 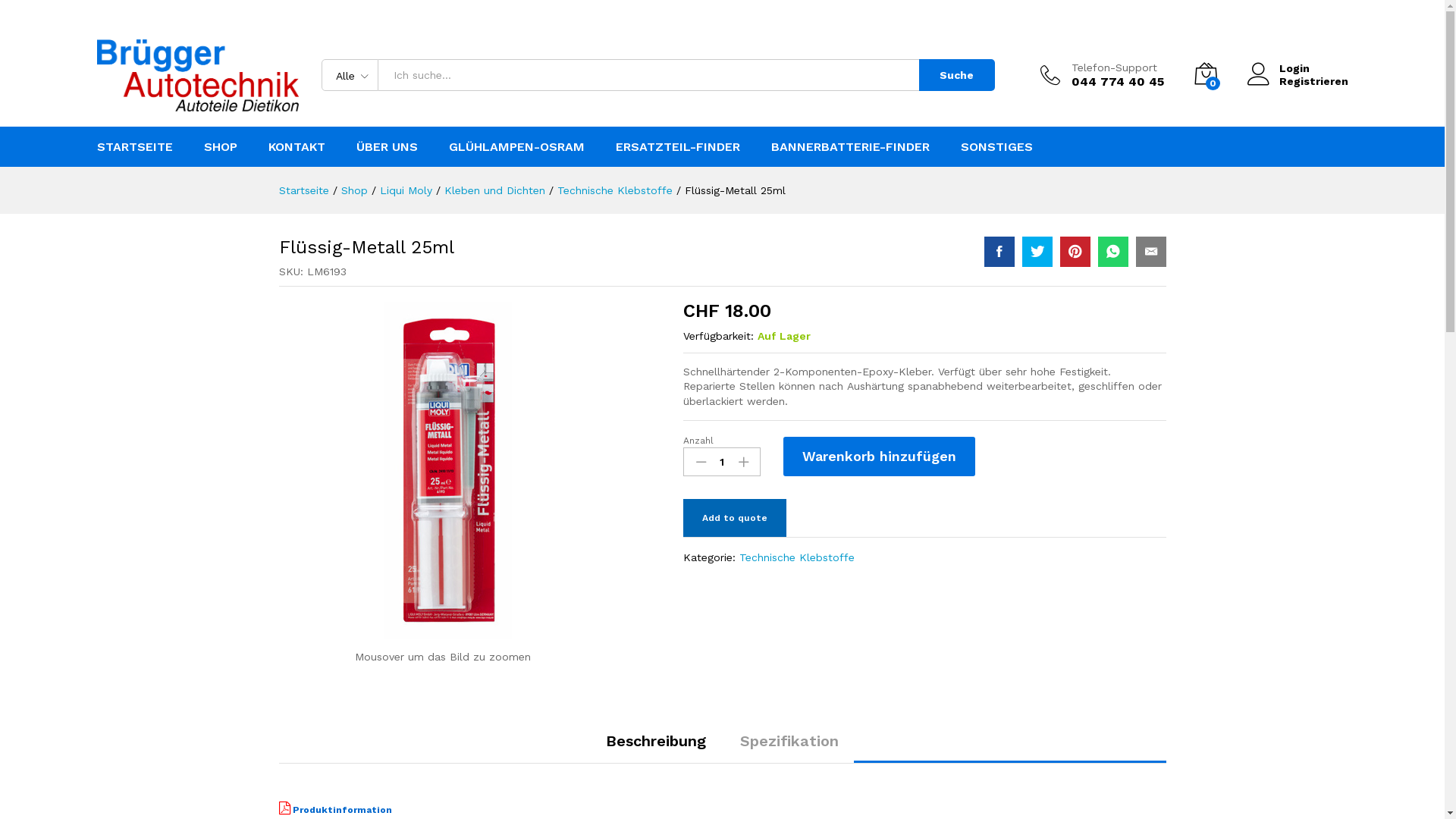 I want to click on 'KONTAKT', so click(x=297, y=146).